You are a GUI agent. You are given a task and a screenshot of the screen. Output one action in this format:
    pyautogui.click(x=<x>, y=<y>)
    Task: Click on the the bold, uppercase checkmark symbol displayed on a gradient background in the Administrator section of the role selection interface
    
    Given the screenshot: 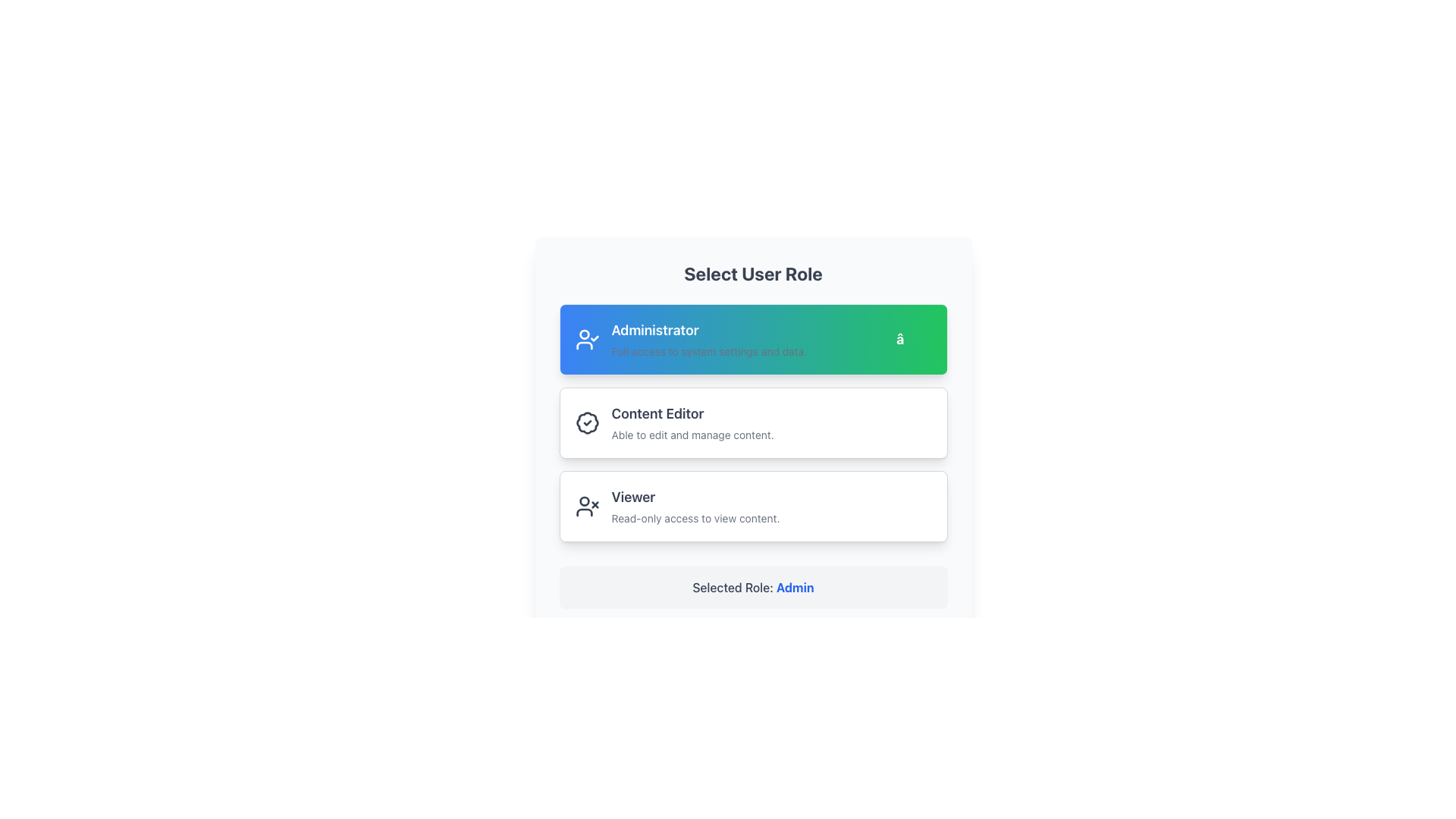 What is the action you would take?
    pyautogui.click(x=913, y=338)
    